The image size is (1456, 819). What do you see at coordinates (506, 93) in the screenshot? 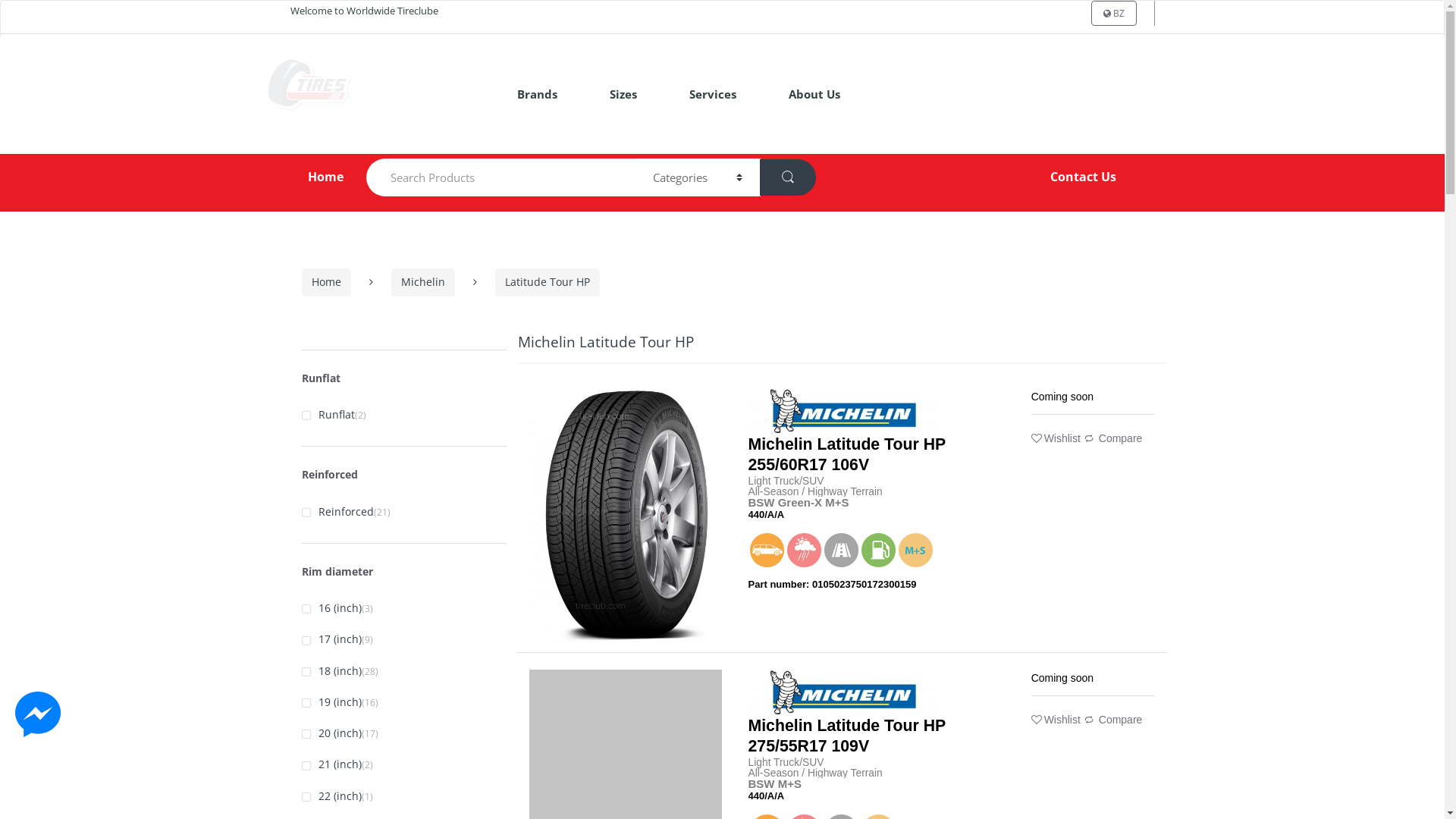
I see `'Brands'` at bounding box center [506, 93].